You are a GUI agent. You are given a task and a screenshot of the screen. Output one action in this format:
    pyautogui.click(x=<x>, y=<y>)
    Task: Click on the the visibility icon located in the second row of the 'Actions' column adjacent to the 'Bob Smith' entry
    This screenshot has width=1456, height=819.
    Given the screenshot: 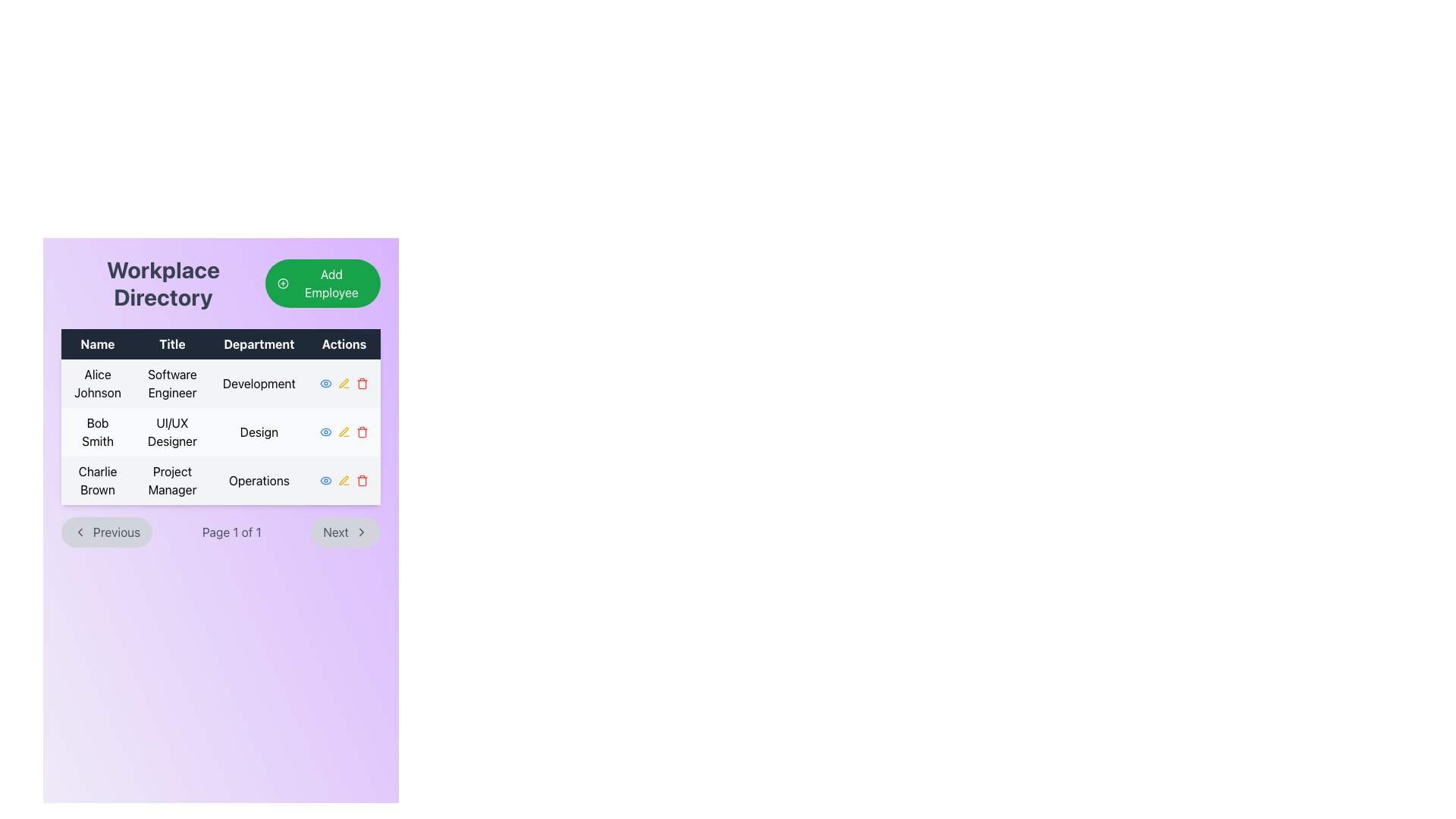 What is the action you would take?
    pyautogui.click(x=325, y=382)
    